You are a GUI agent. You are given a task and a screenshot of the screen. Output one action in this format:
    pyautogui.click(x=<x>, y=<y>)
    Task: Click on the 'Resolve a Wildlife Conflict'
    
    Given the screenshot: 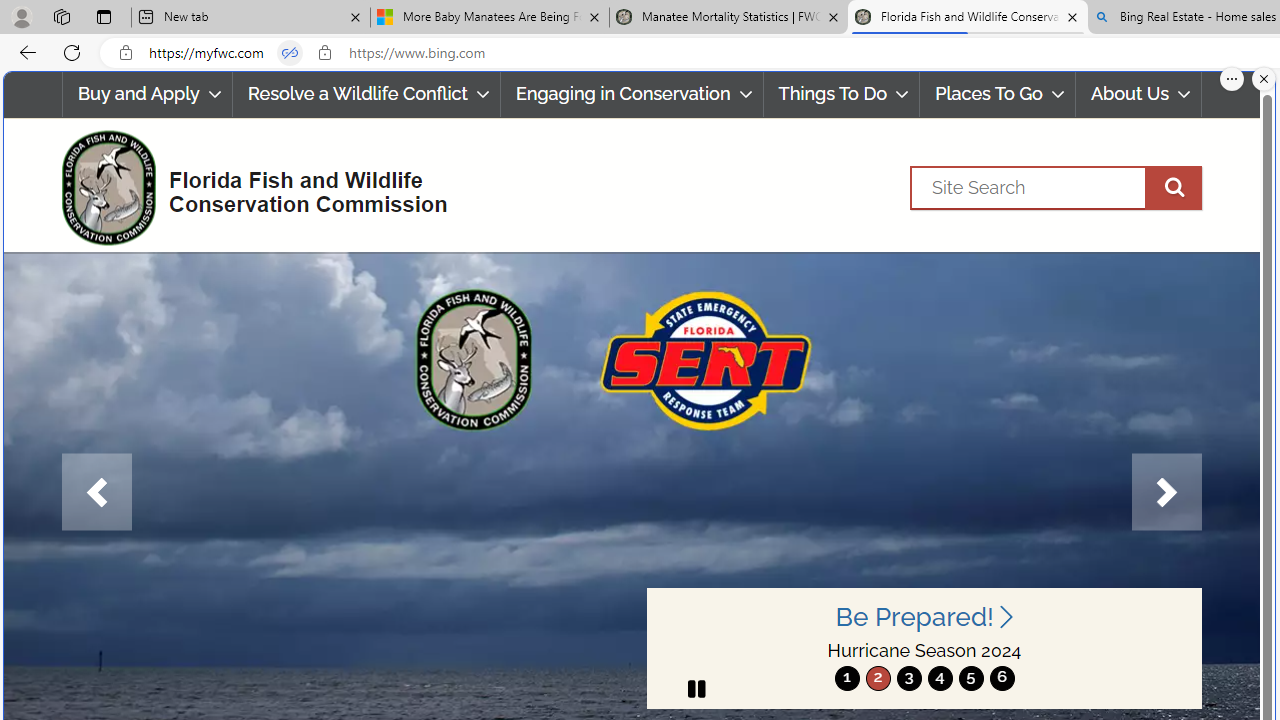 What is the action you would take?
    pyautogui.click(x=366, y=94)
    